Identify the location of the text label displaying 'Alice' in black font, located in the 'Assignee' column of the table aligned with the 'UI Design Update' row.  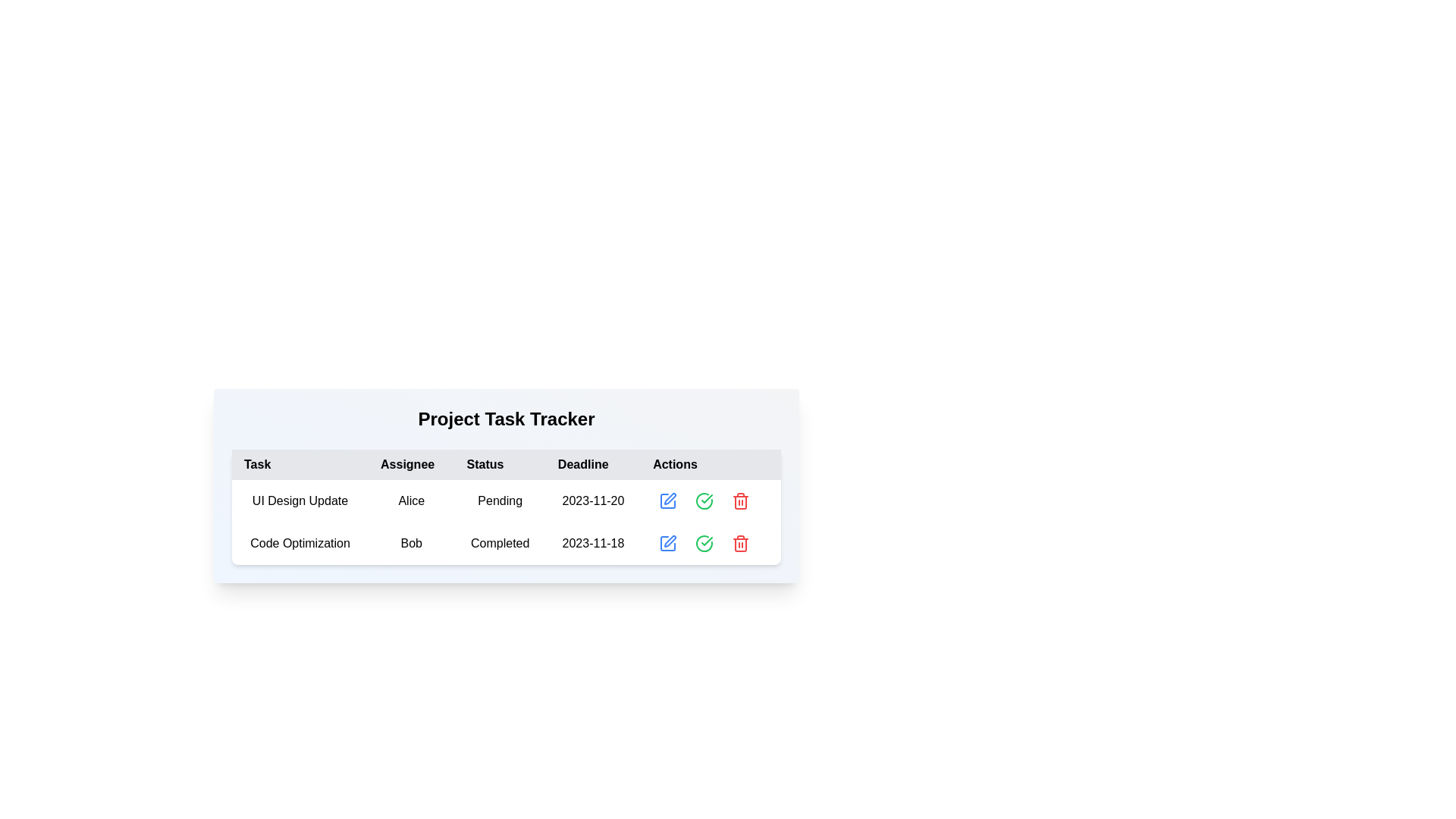
(411, 500).